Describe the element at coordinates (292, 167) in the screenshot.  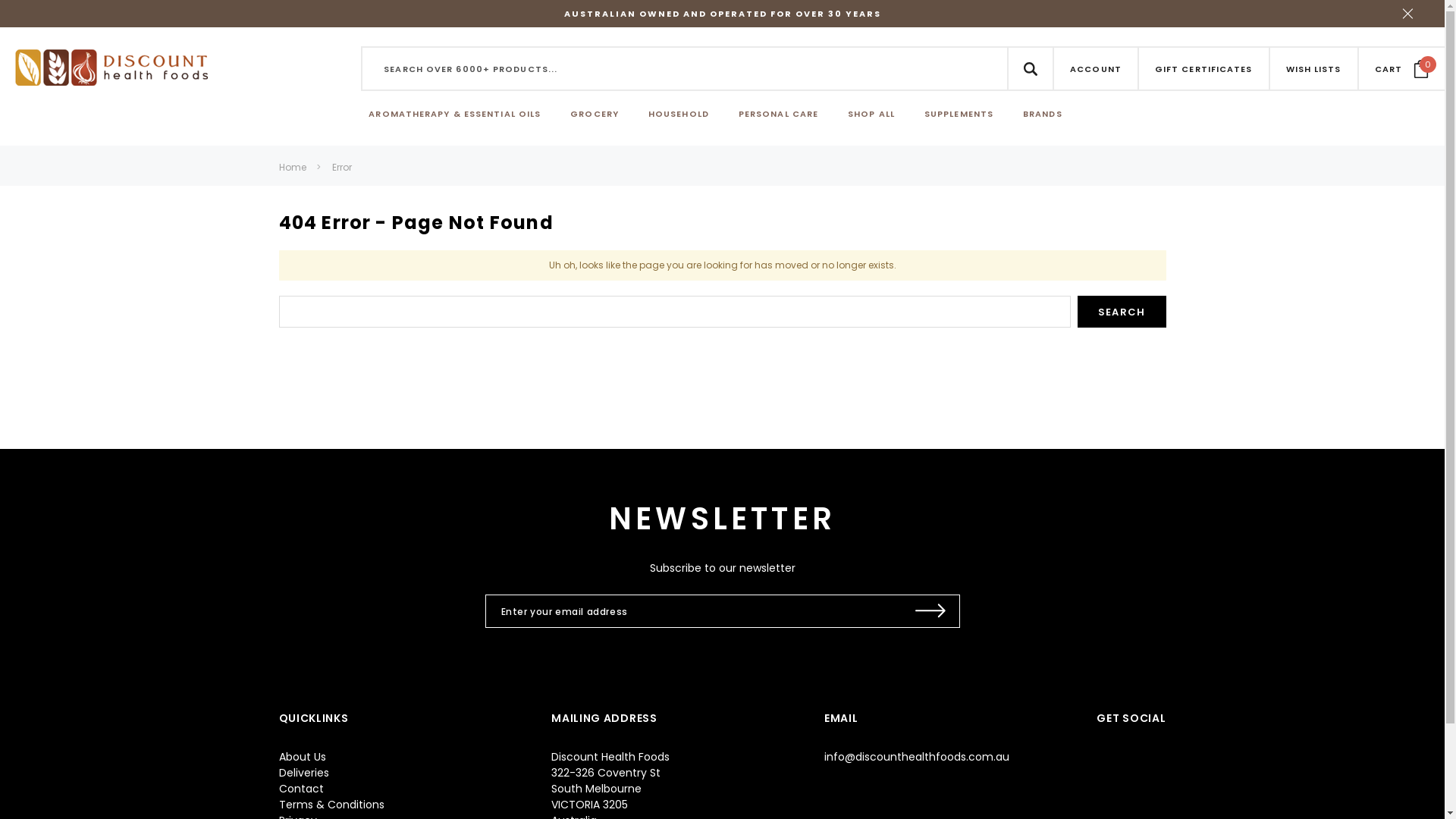
I see `'Home'` at that location.